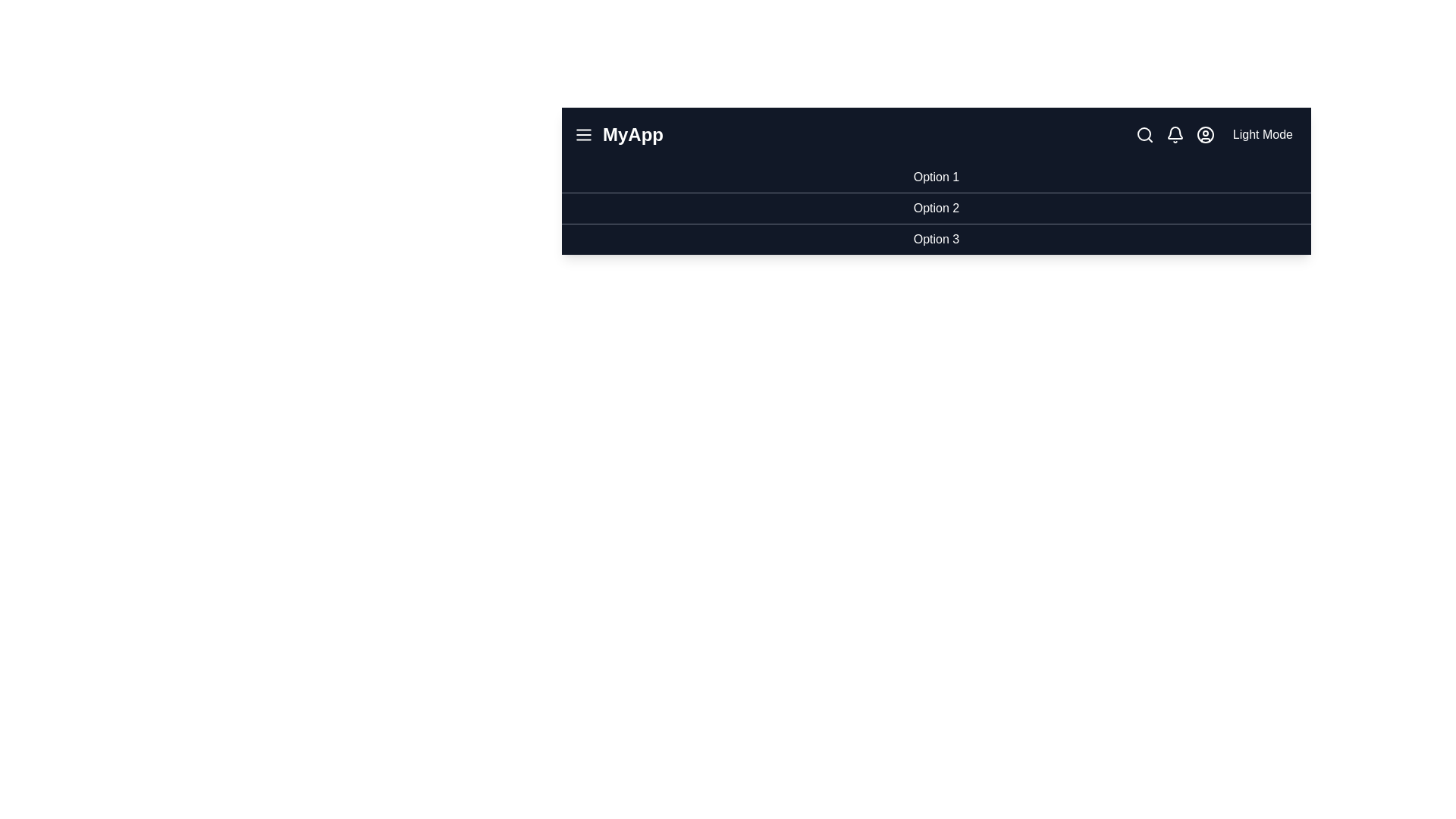  Describe the element at coordinates (1144, 133) in the screenshot. I see `the search icon to initiate a search` at that location.